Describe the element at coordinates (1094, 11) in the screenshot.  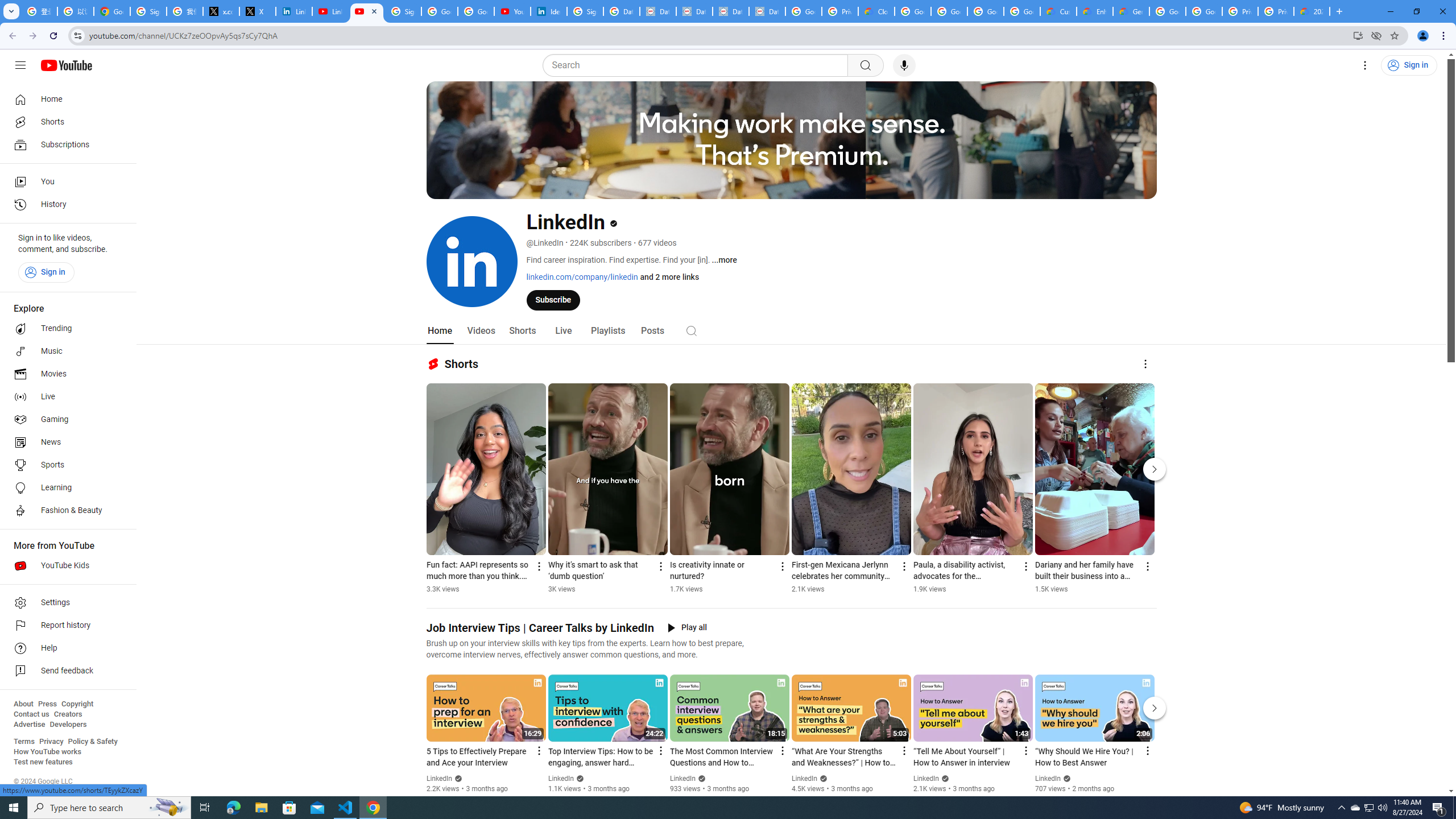
I see `'Enhanced Support | Google Cloud'` at that location.